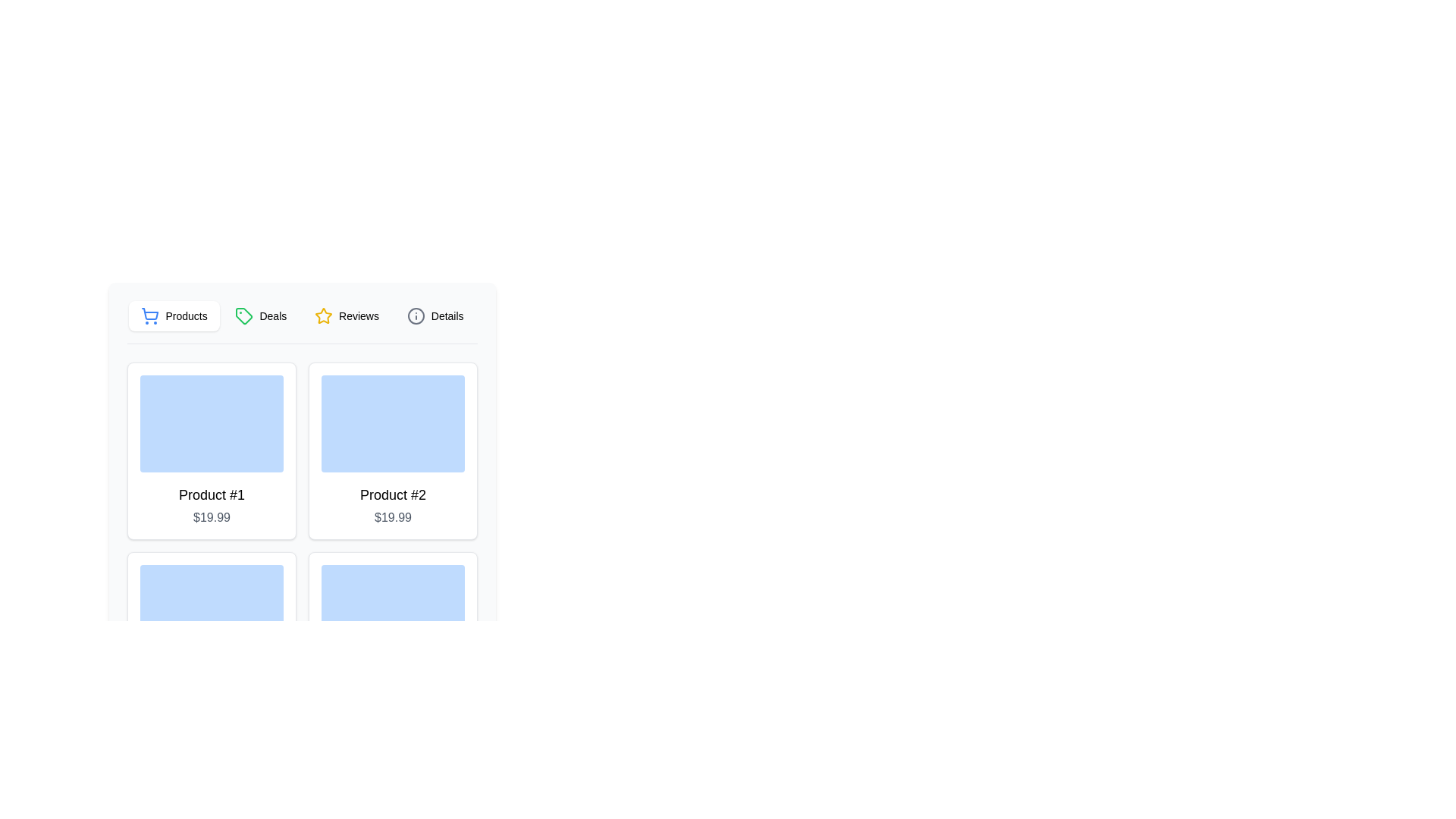  I want to click on the circular decorative graphical element within the SVG icon located in the top-right corner of the navigation bar, as it is part of the control icons, so click(416, 315).